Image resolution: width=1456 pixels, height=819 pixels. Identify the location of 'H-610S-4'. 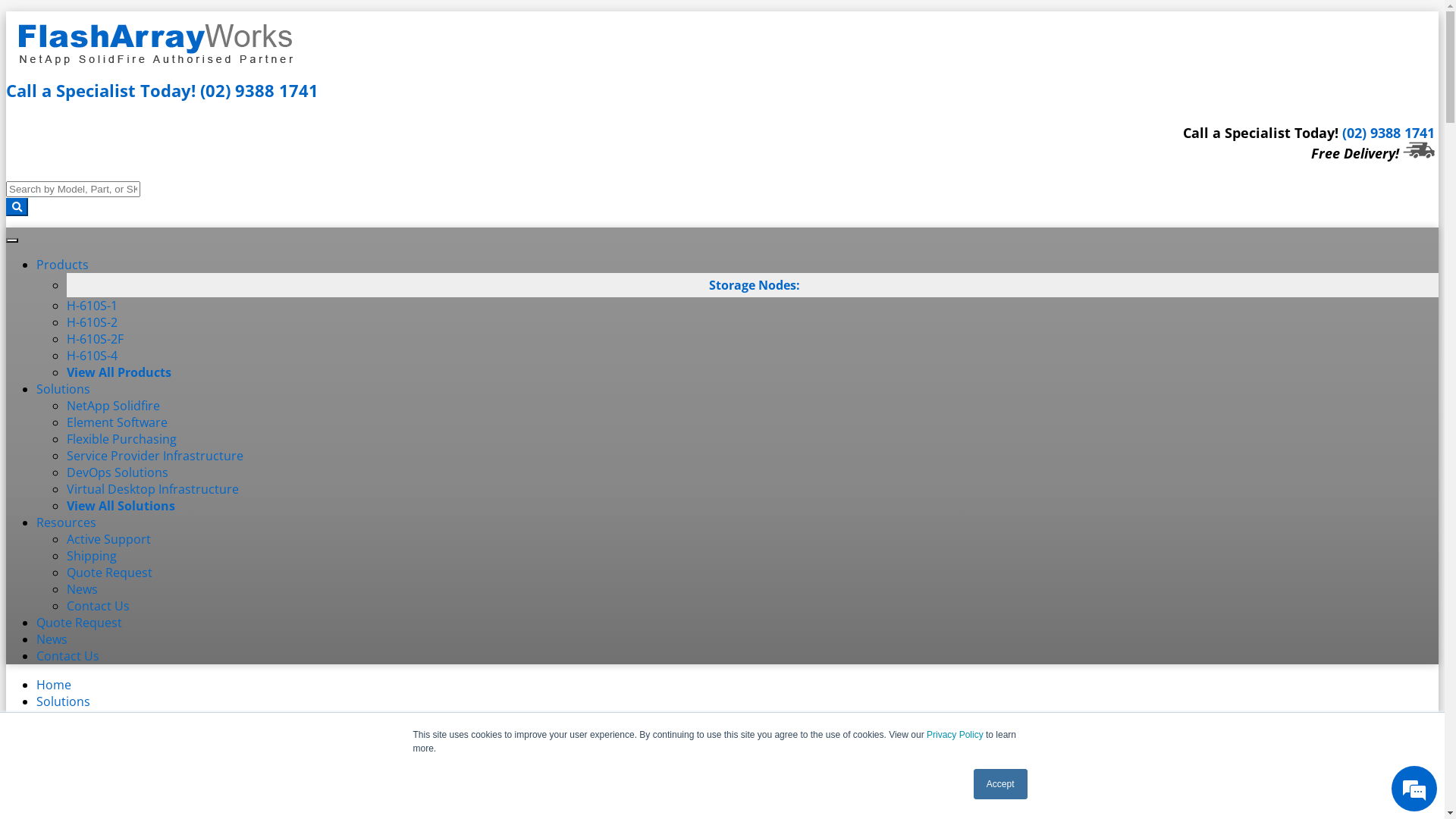
(91, 356).